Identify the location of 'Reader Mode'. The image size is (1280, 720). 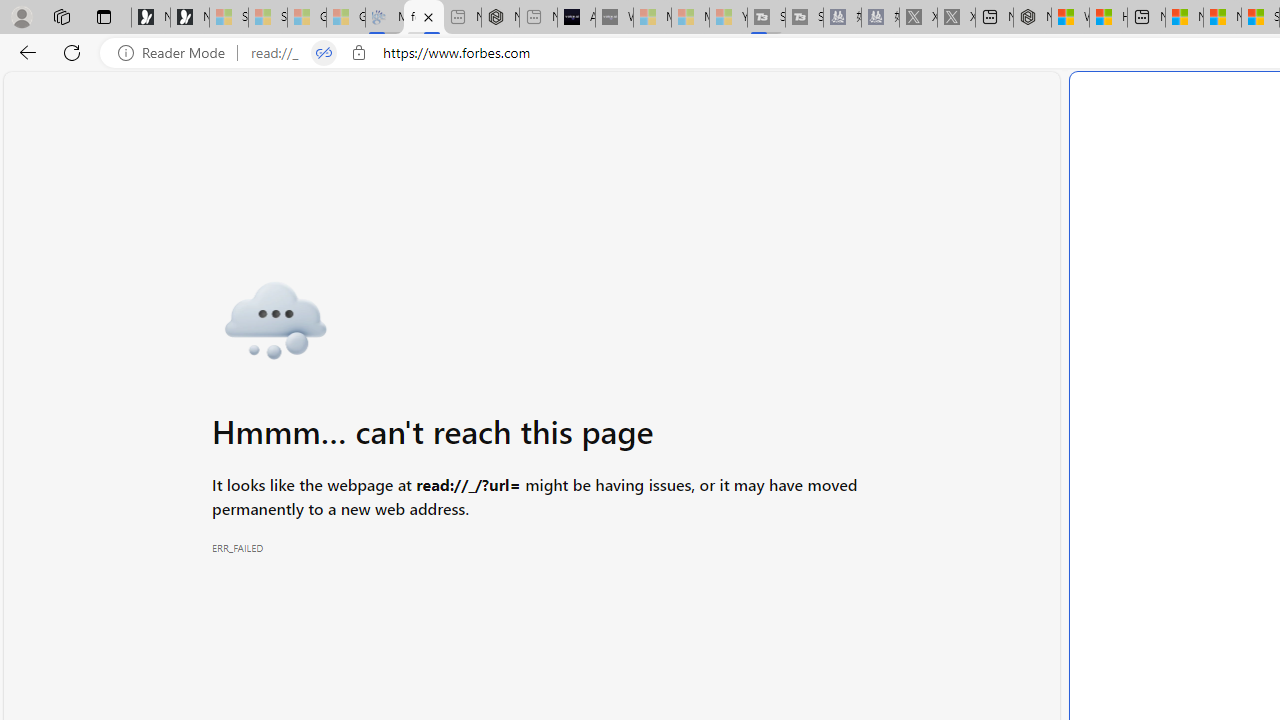
(177, 52).